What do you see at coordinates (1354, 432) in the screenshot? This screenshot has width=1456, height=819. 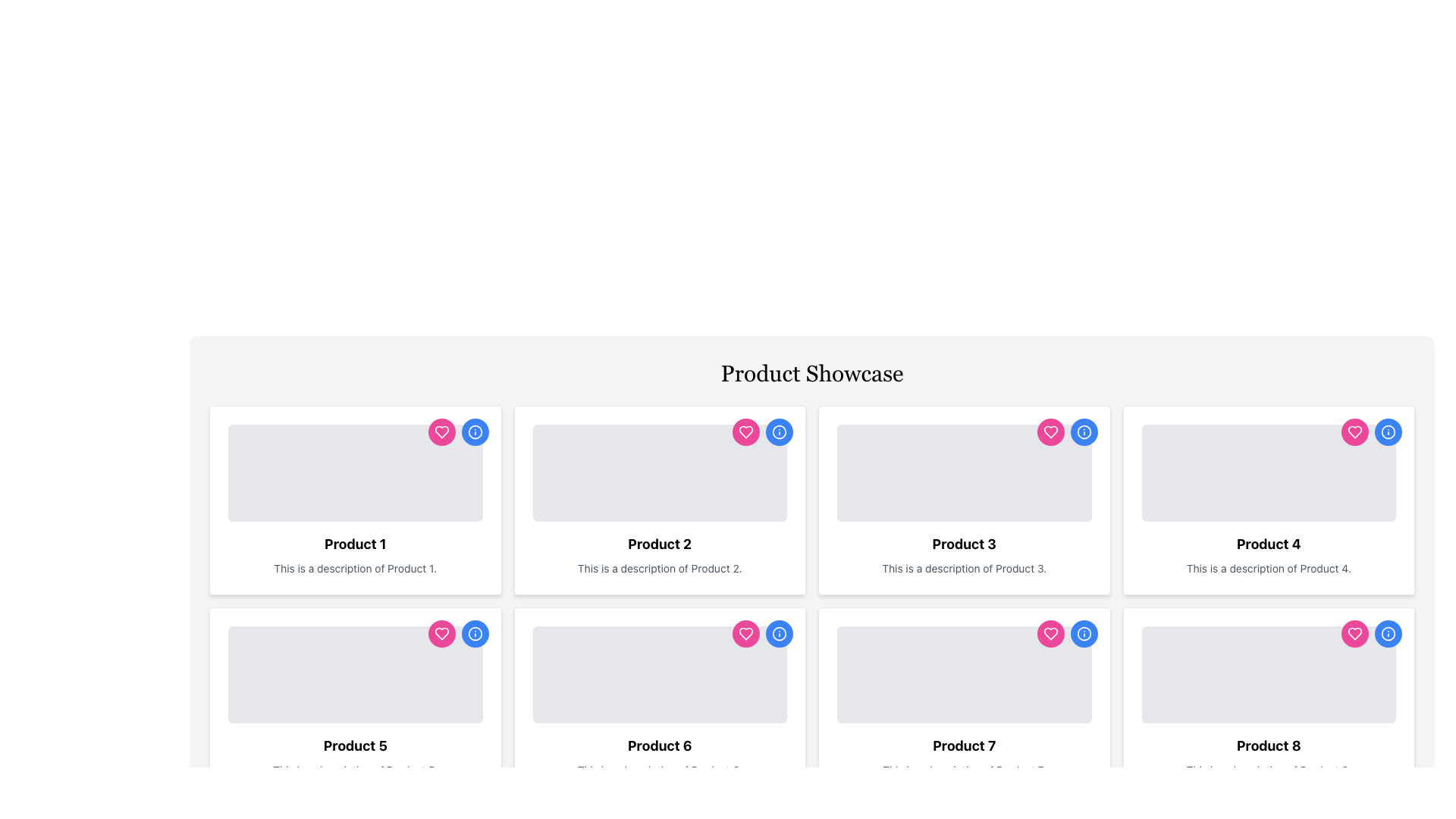 I see `the heart-shaped icon` at bounding box center [1354, 432].